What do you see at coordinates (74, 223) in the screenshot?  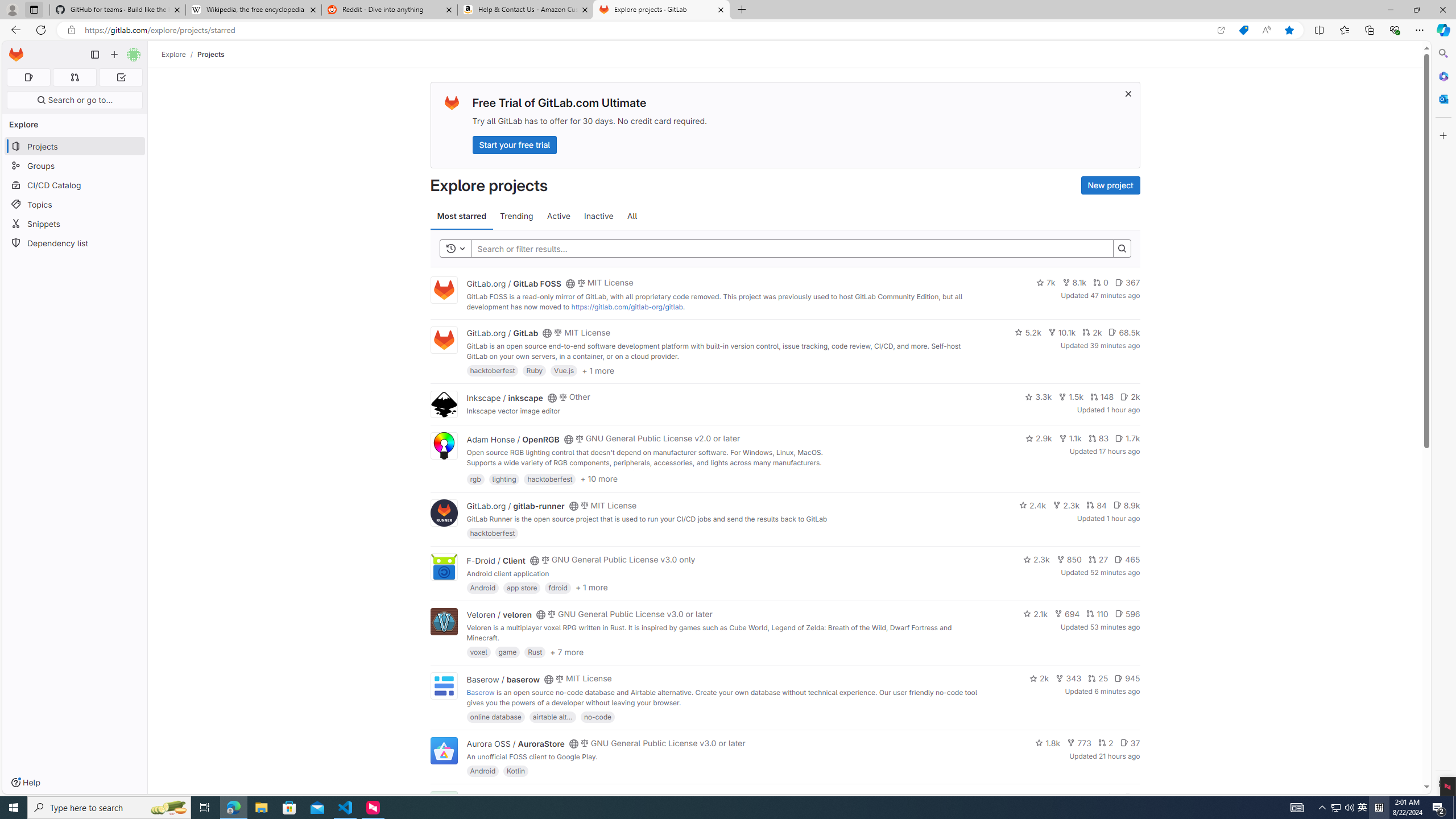 I see `'Snippets'` at bounding box center [74, 223].